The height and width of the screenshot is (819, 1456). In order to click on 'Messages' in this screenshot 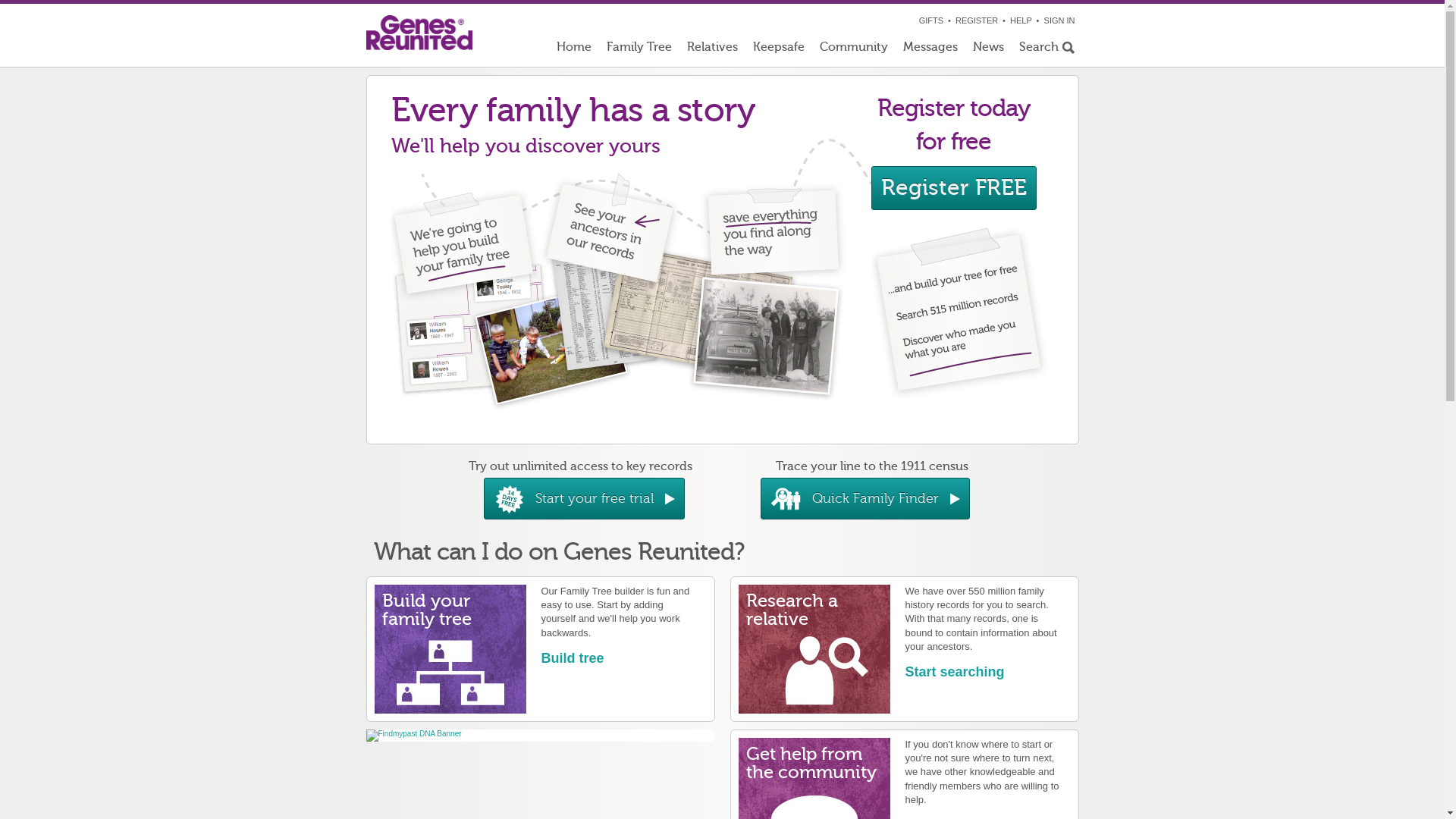, I will do `click(895, 49)`.